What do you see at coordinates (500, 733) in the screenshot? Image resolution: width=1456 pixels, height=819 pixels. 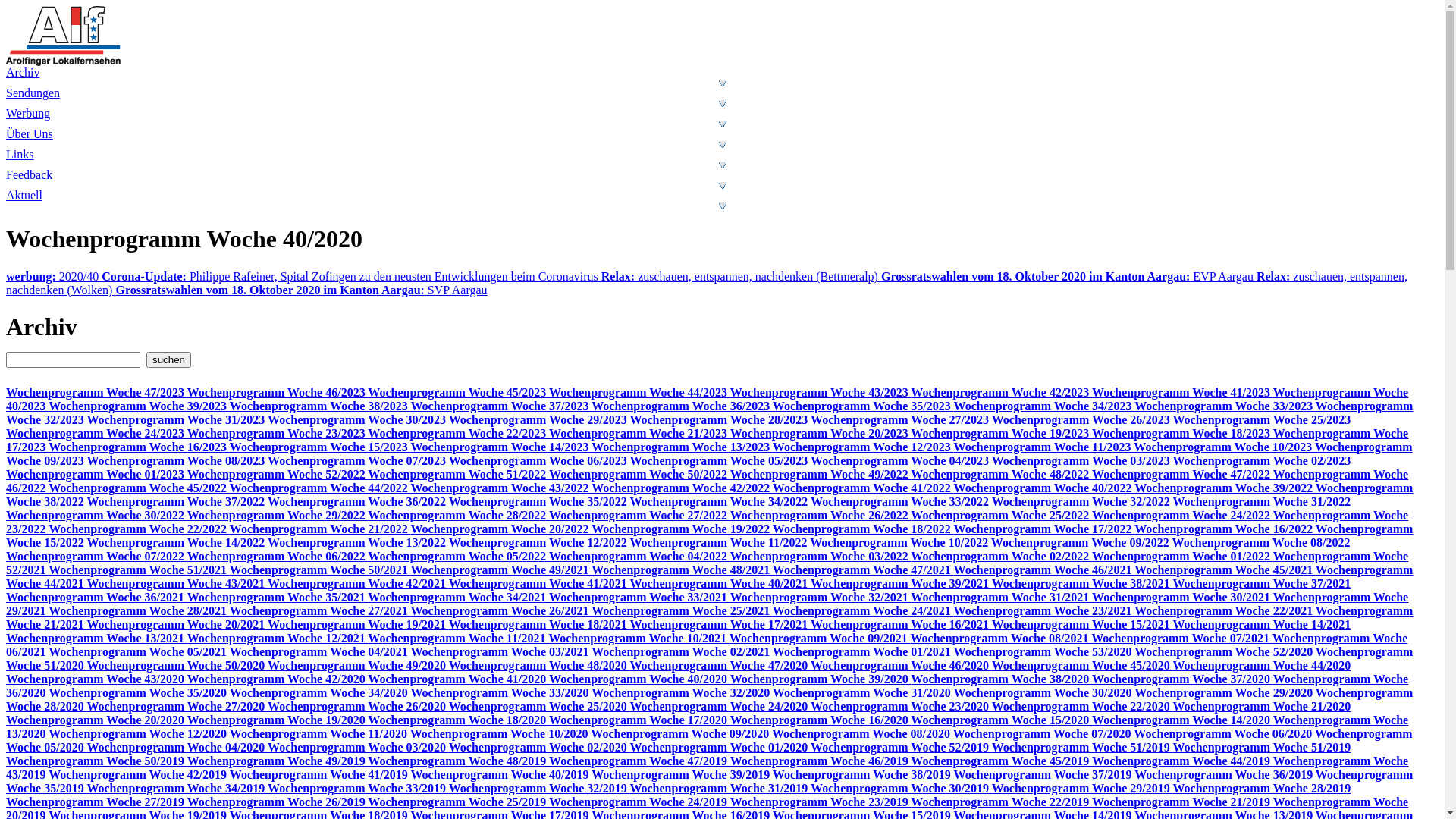 I see `'Wochenprogramm Woche 10/2020'` at bounding box center [500, 733].